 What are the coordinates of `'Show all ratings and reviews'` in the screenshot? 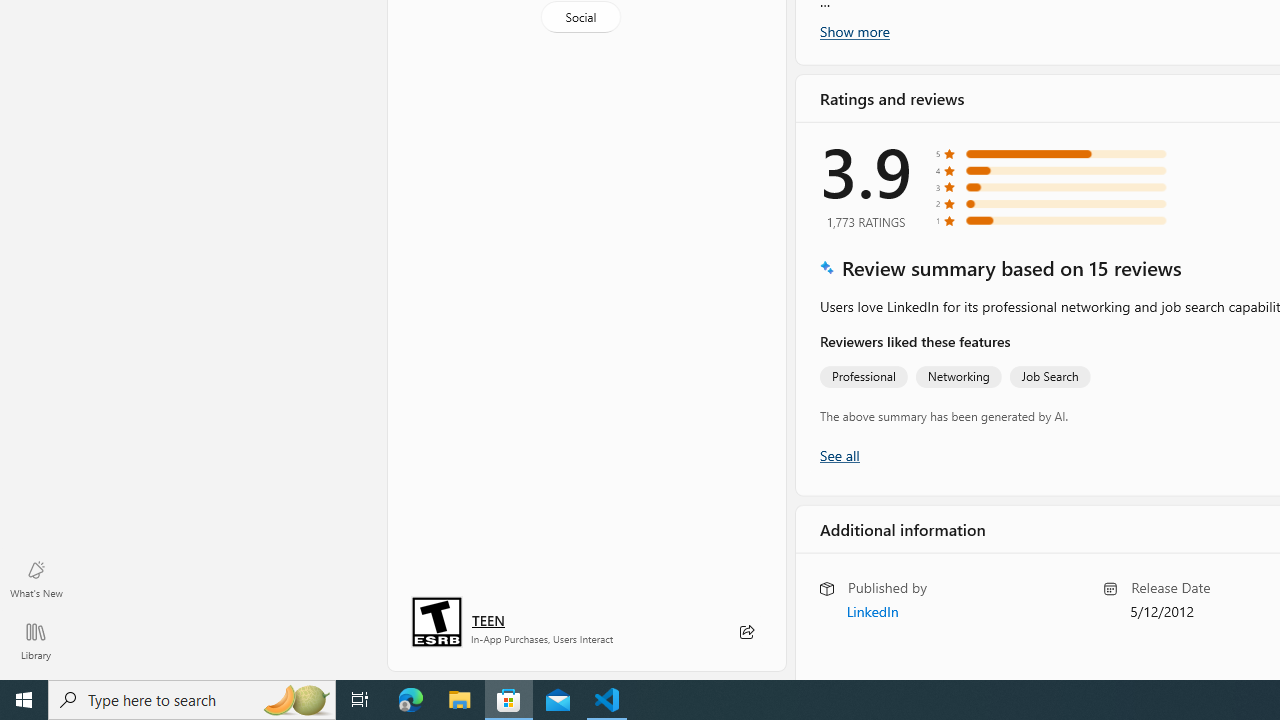 It's located at (839, 454).